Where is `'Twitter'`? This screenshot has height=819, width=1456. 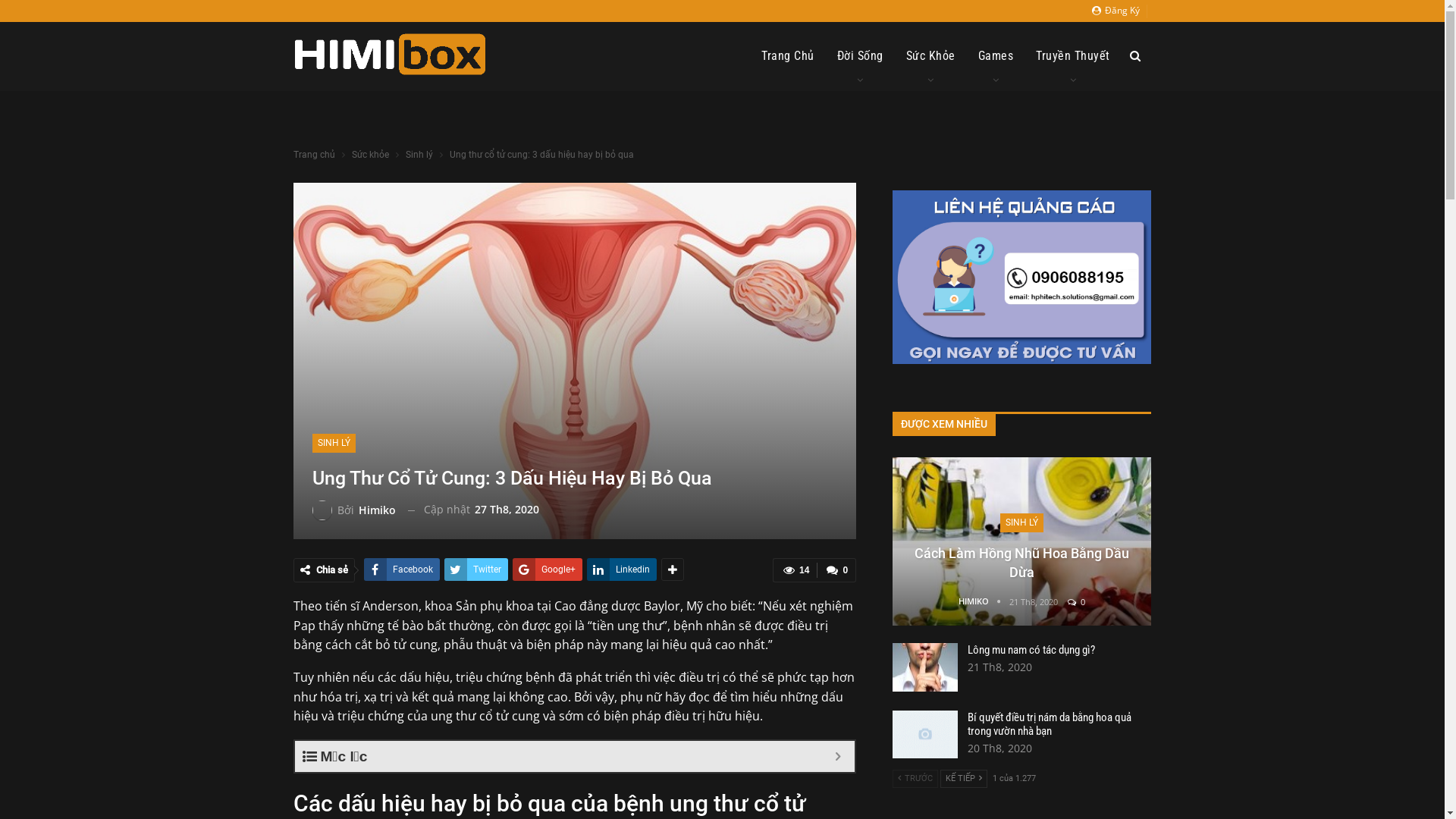 'Twitter' is located at coordinates (475, 570).